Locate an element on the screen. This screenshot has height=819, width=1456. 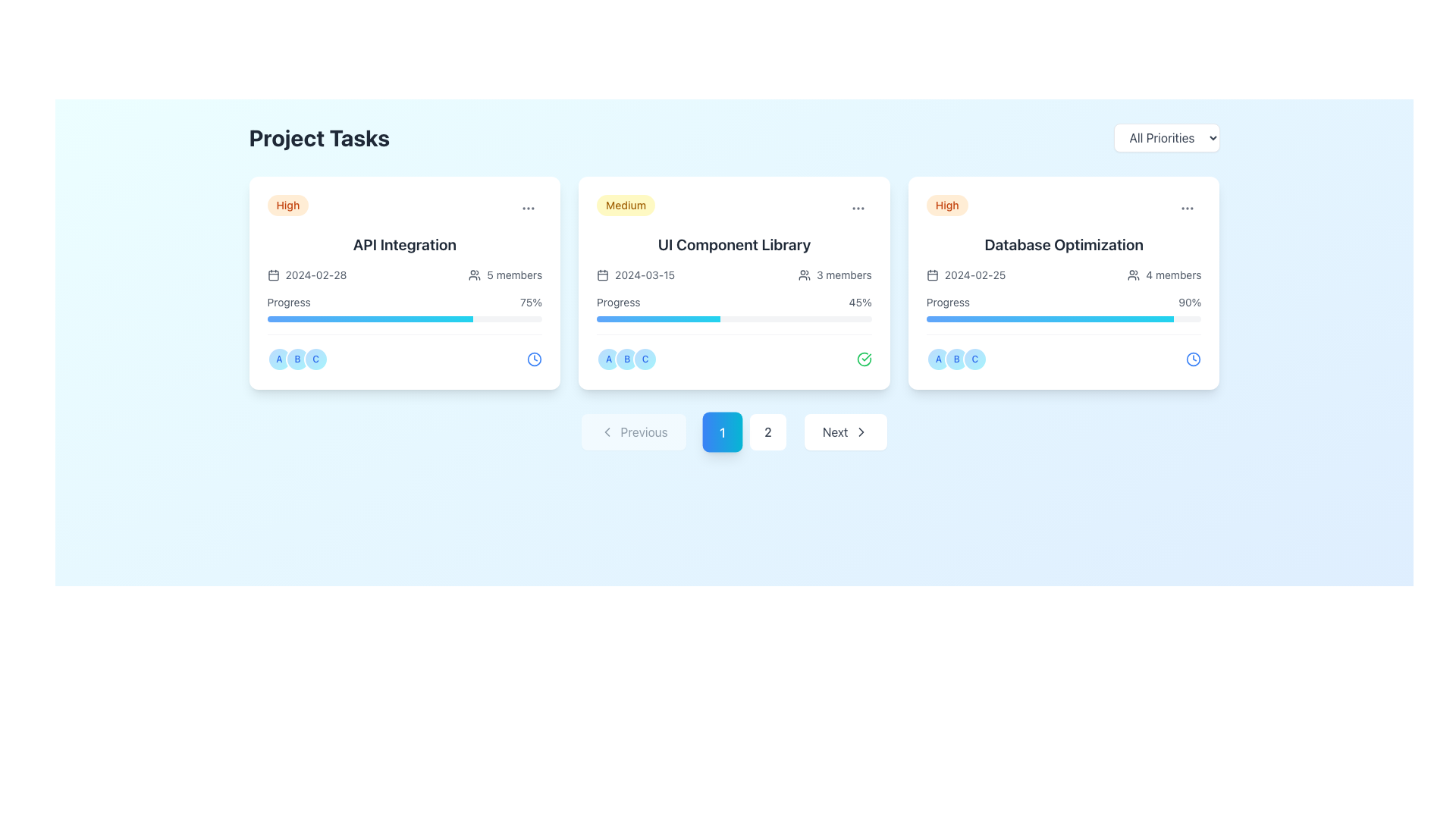
the text label displaying '90%' located near the right side of the horizontal progress bar in the 'Database Optimization' card is located at coordinates (1189, 302).